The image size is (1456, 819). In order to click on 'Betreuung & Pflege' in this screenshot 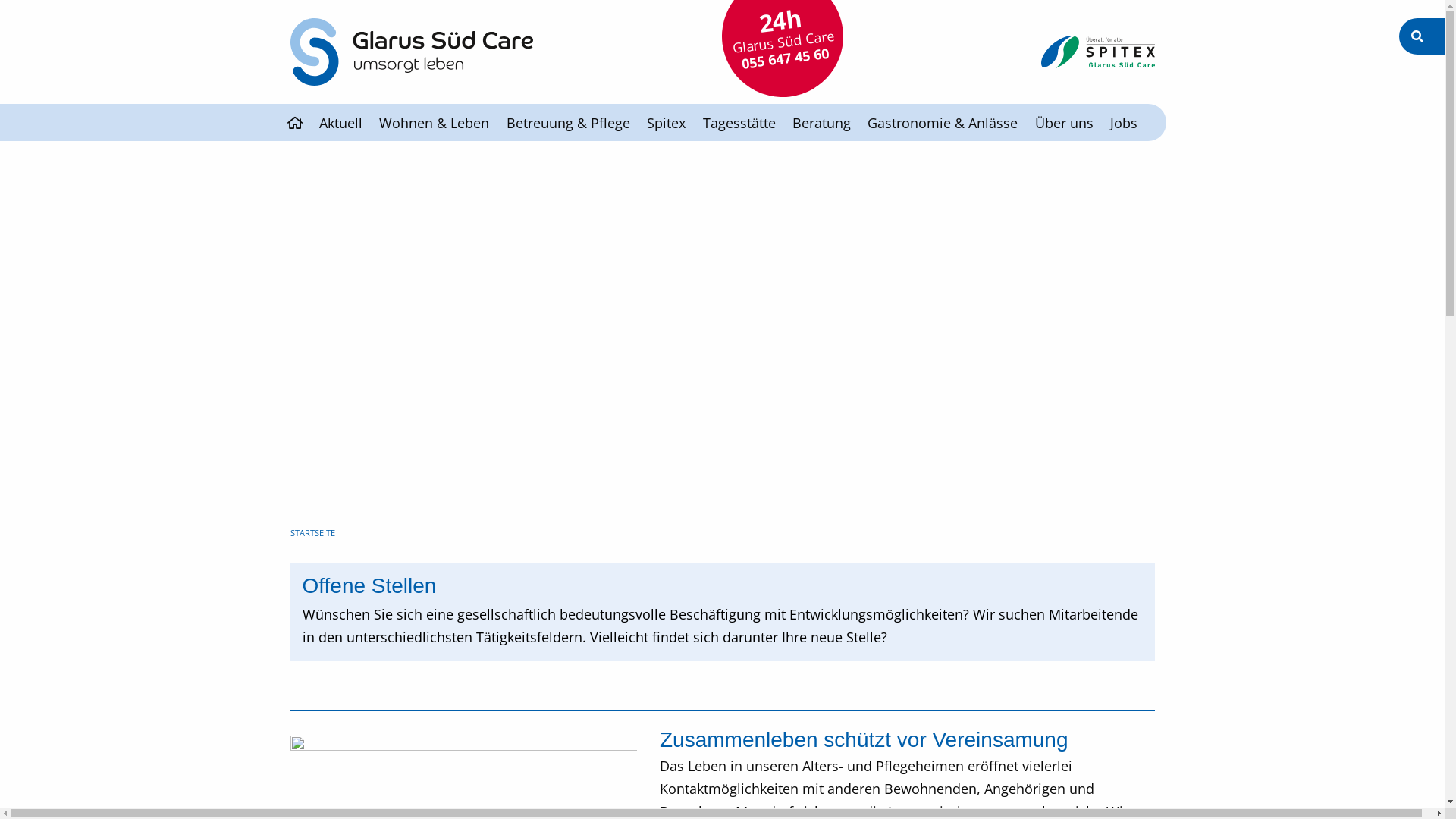, I will do `click(567, 121)`.